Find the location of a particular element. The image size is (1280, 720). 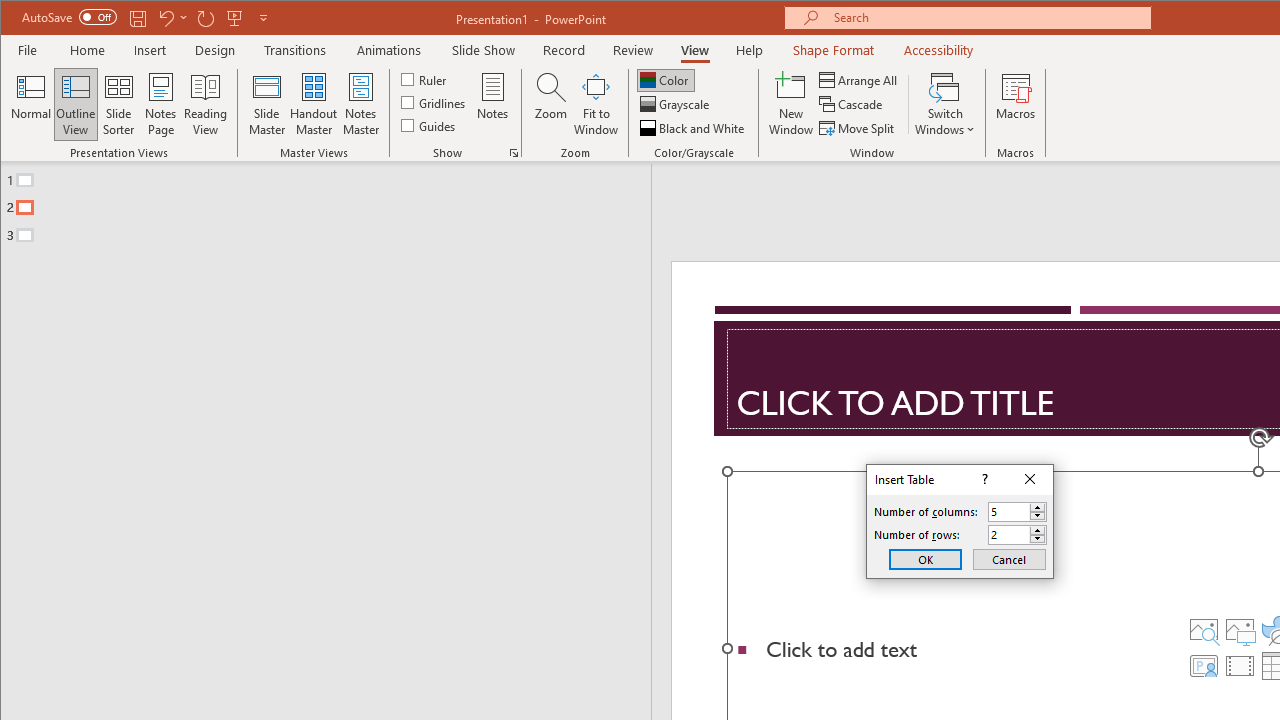

'Ruler' is located at coordinates (424, 78).